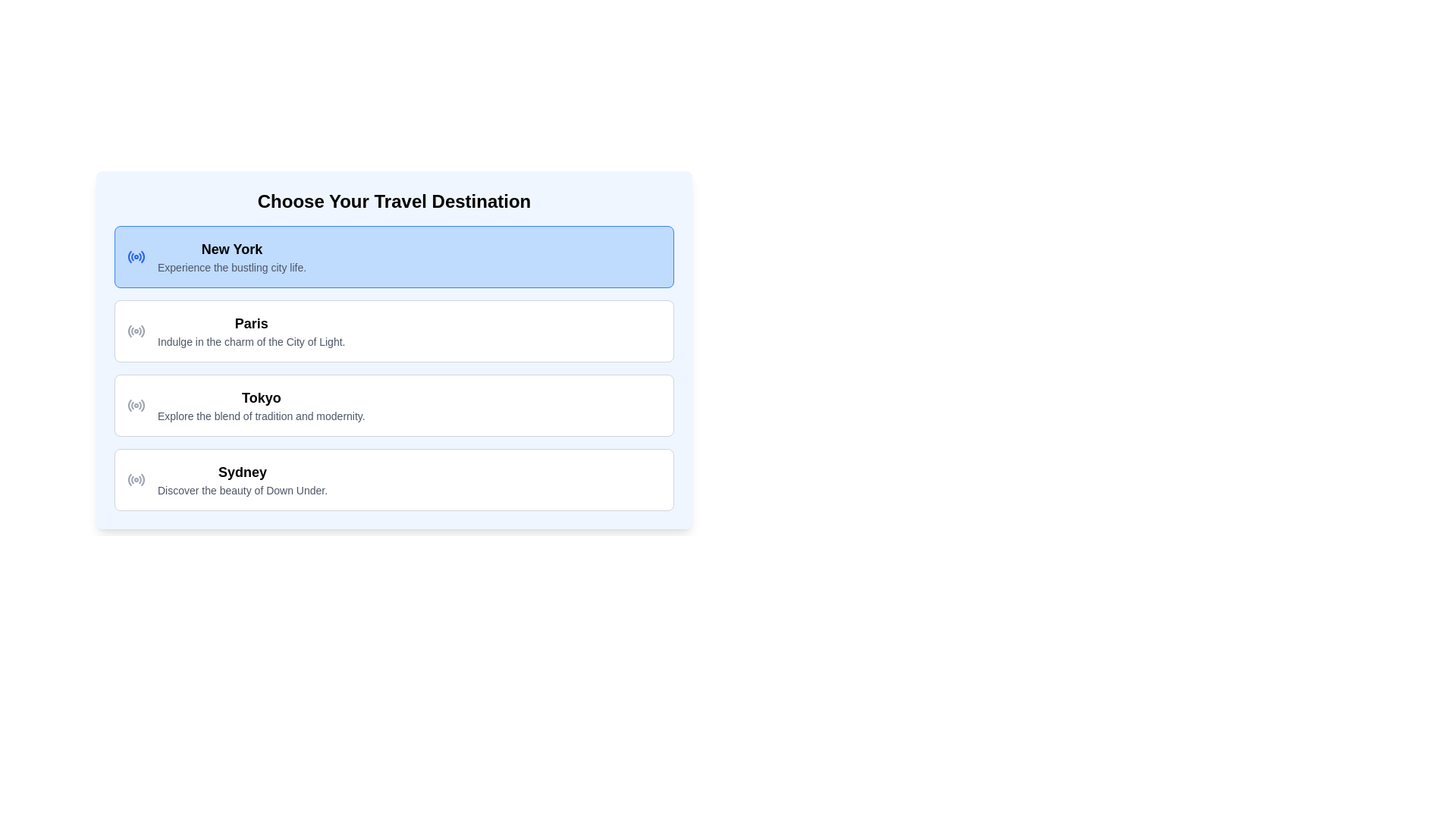 Image resolution: width=1456 pixels, height=819 pixels. I want to click on descriptive text label that reads 'Experience the bustling city life.' located below the 'New York' text, so click(231, 267).